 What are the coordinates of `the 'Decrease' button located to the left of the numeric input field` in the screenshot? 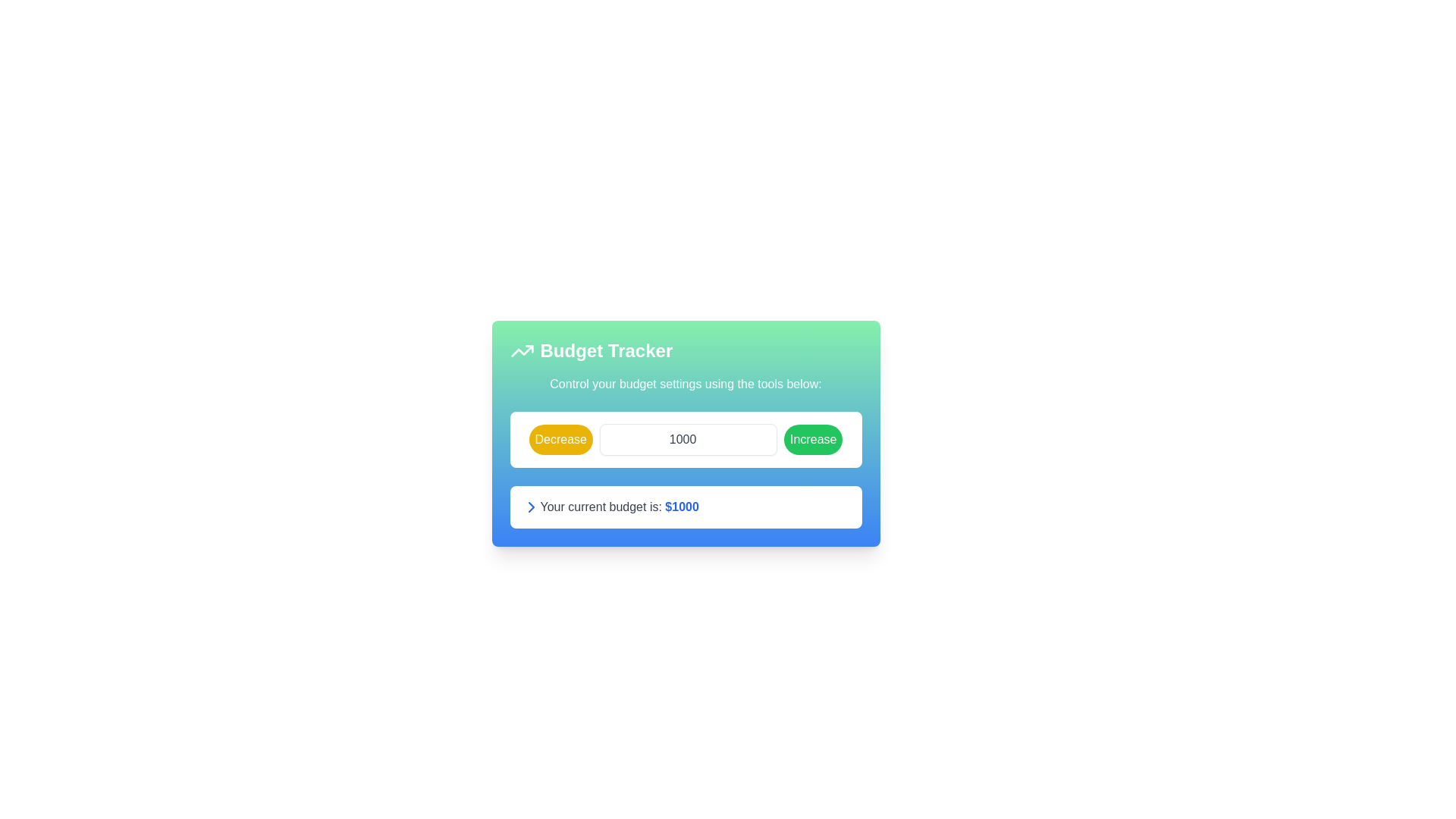 It's located at (560, 439).